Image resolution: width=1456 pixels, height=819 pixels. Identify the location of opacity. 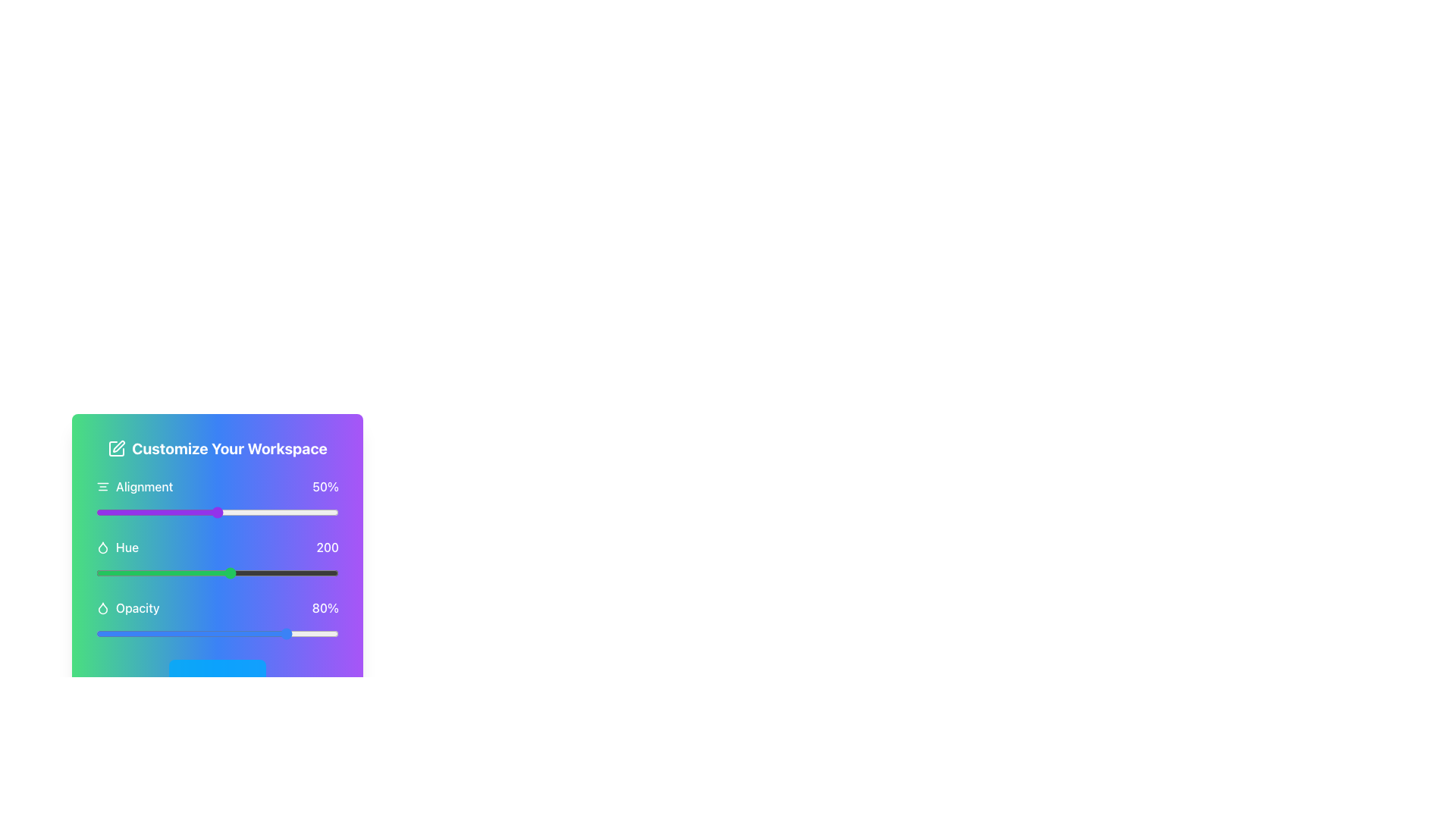
(117, 634).